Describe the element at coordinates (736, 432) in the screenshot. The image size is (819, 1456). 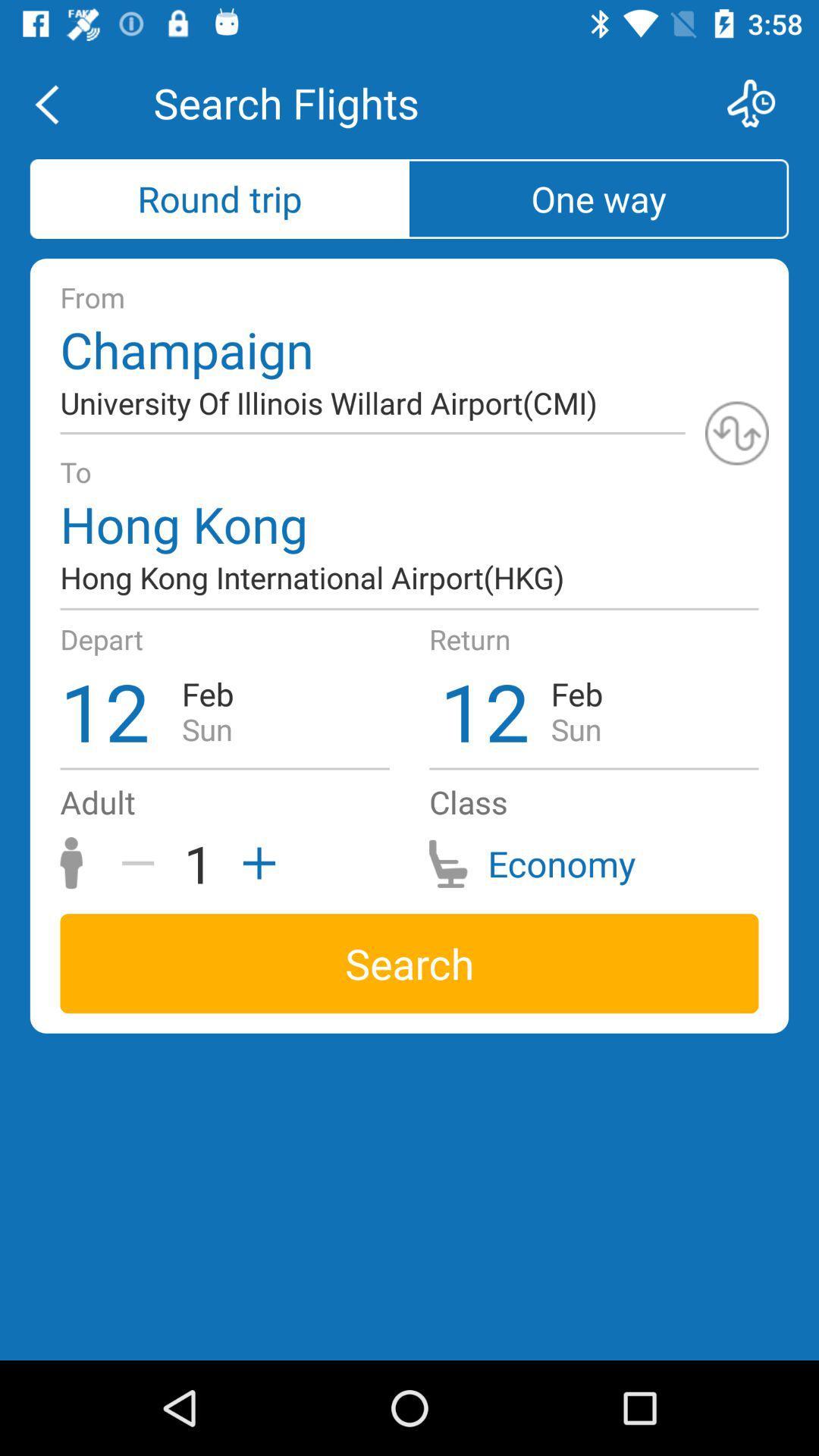
I see `switch locations` at that location.